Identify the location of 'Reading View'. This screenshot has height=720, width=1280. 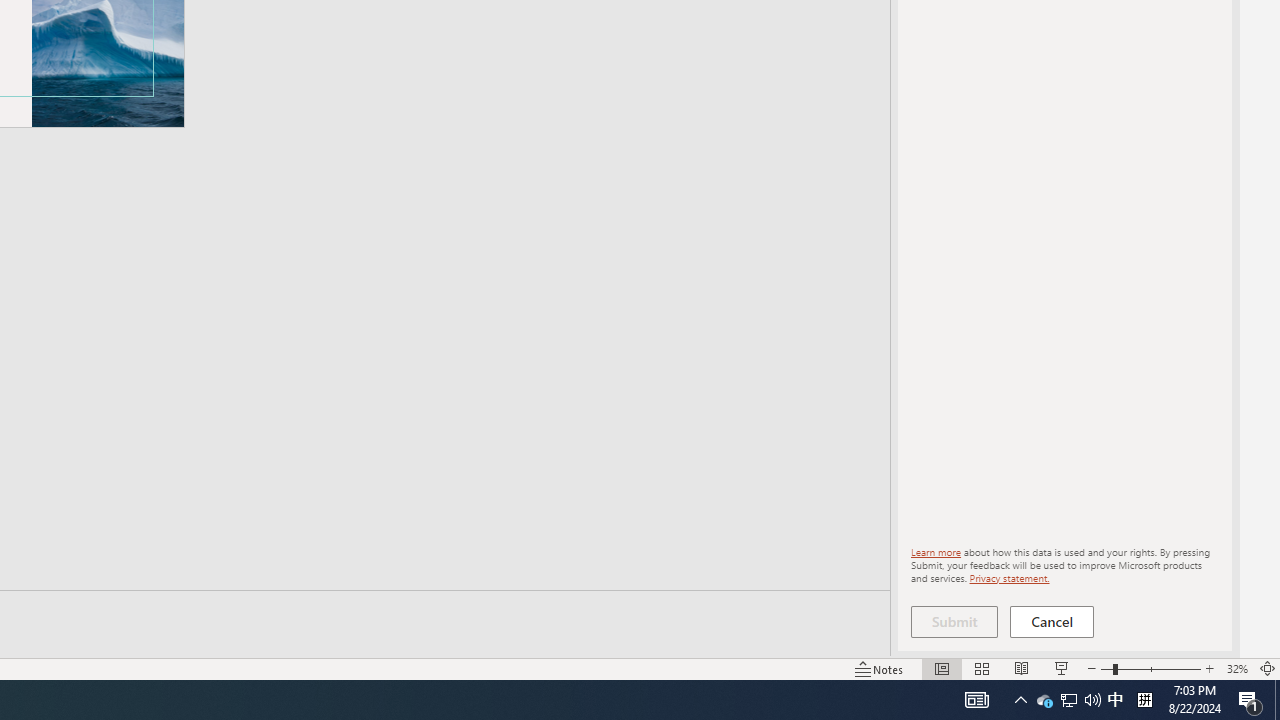
(1022, 669).